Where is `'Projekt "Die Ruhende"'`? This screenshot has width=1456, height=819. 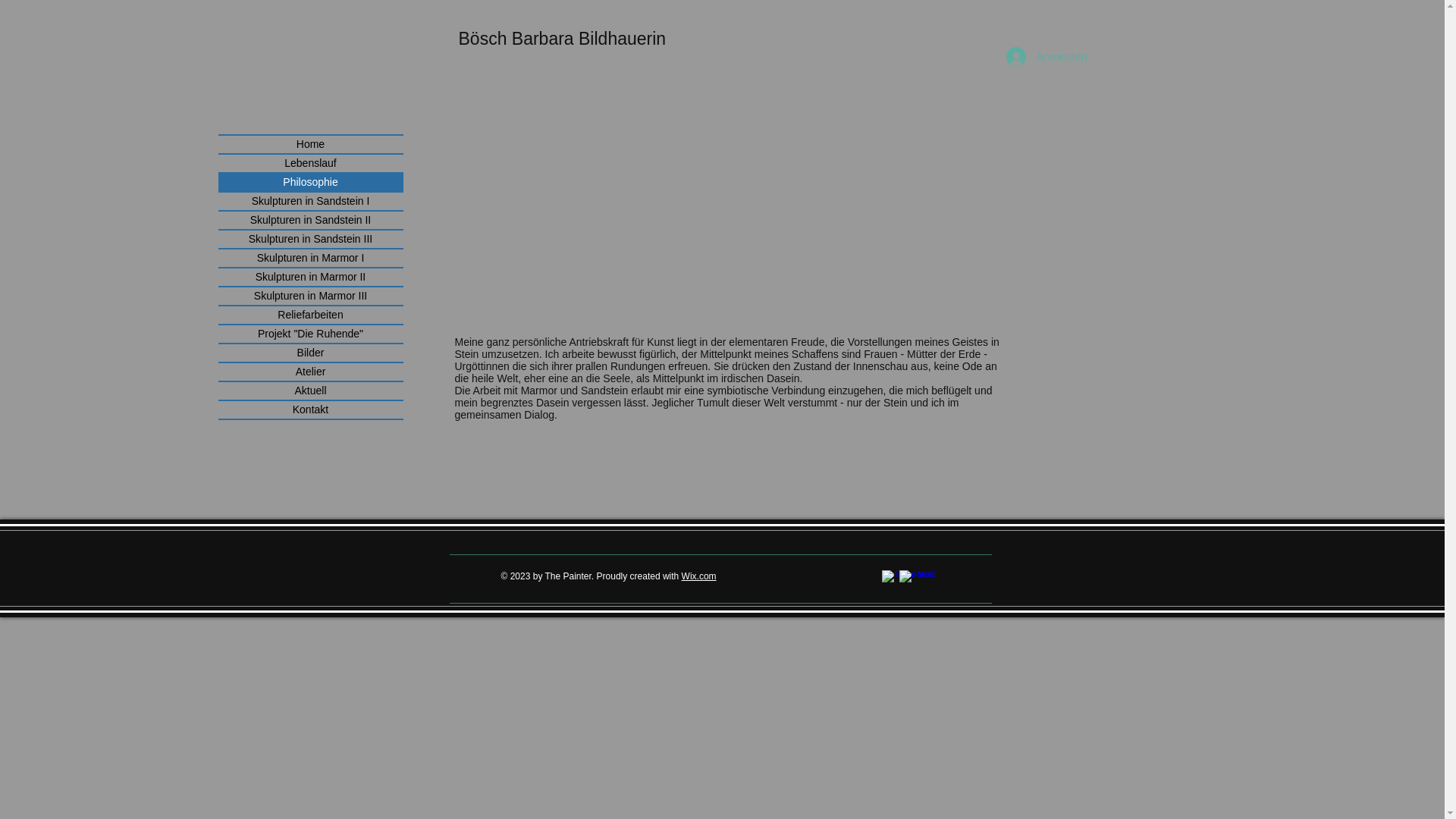
'Projekt "Die Ruhende"' is located at coordinates (309, 333).